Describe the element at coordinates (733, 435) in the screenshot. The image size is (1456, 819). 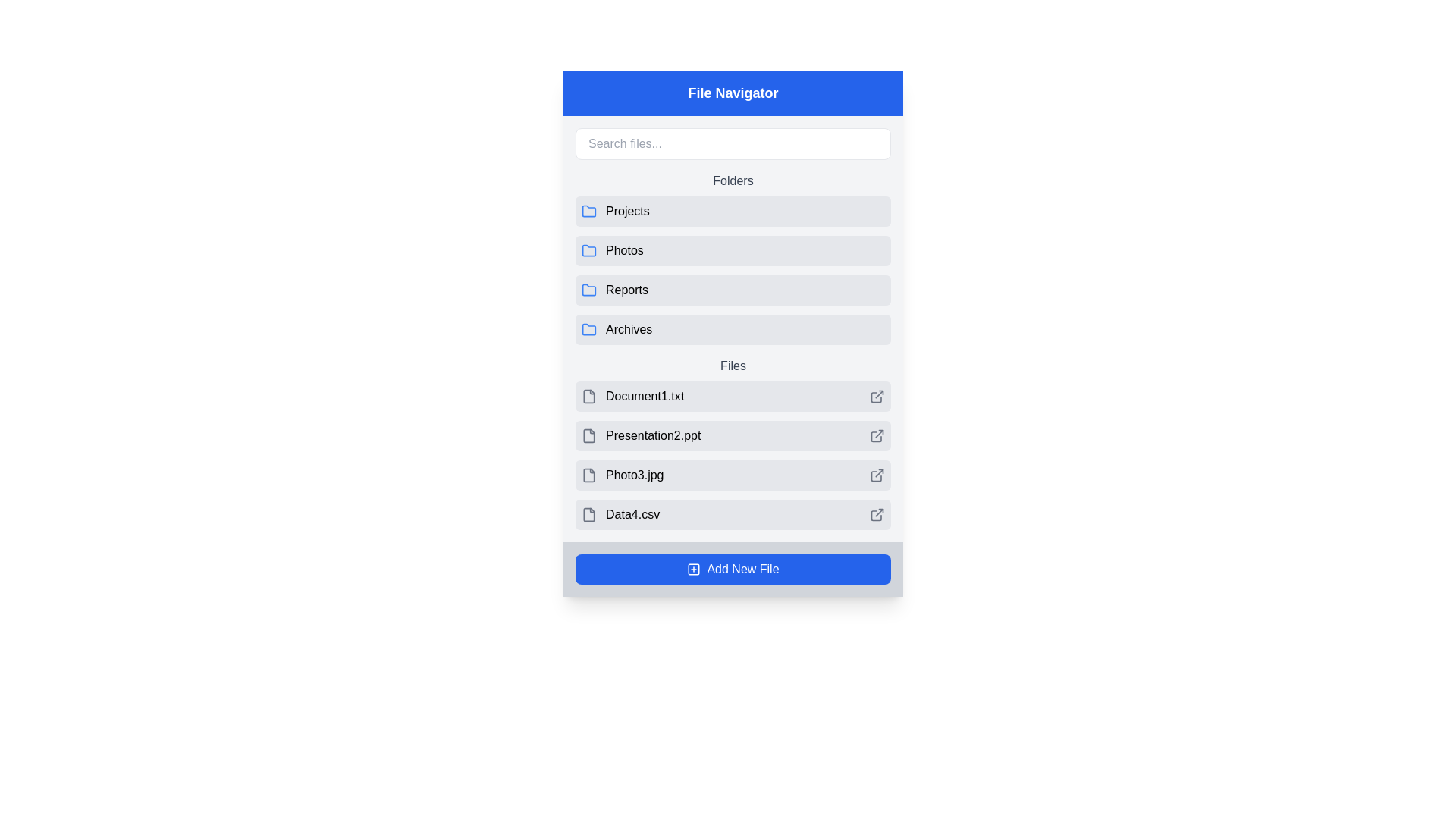
I see `the file entry labeled 'Presentation2.ppt', which is visually distinguished by a light gray background and rounded corners, and is positioned between 'Document1.txt' and 'Photo3.jpg'` at that location.